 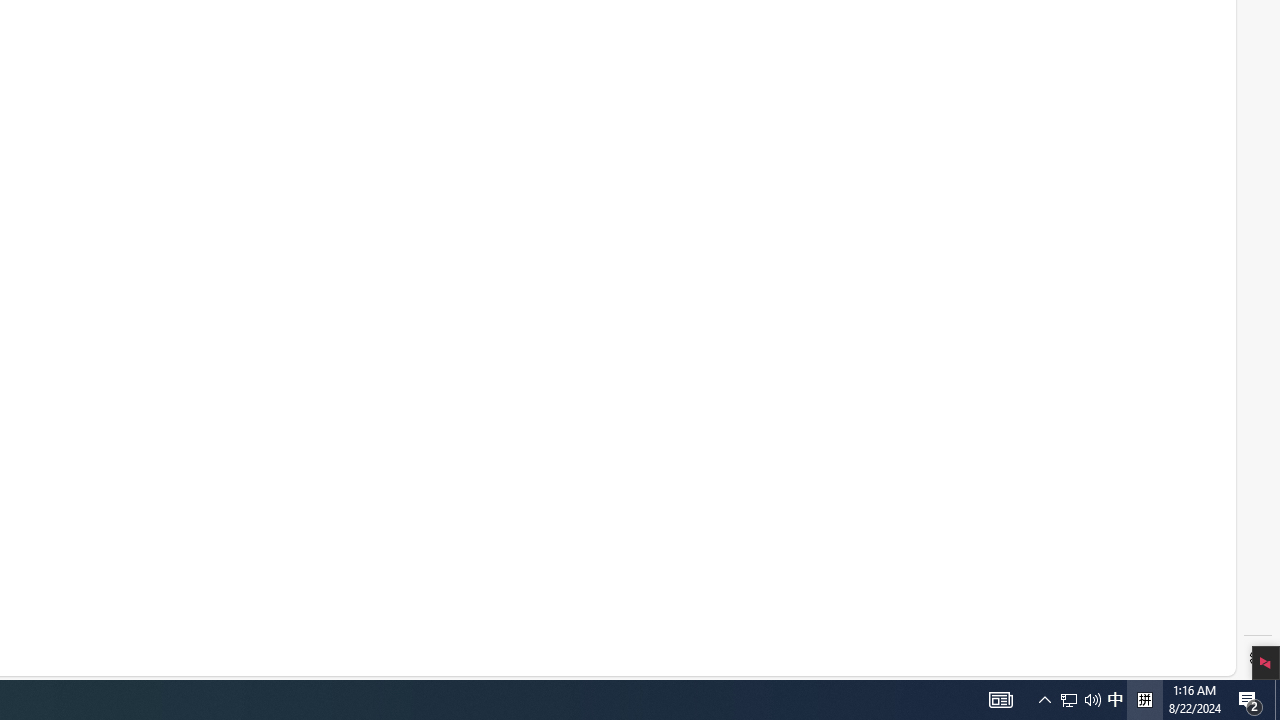 I want to click on 'Settings', so click(x=1257, y=658).